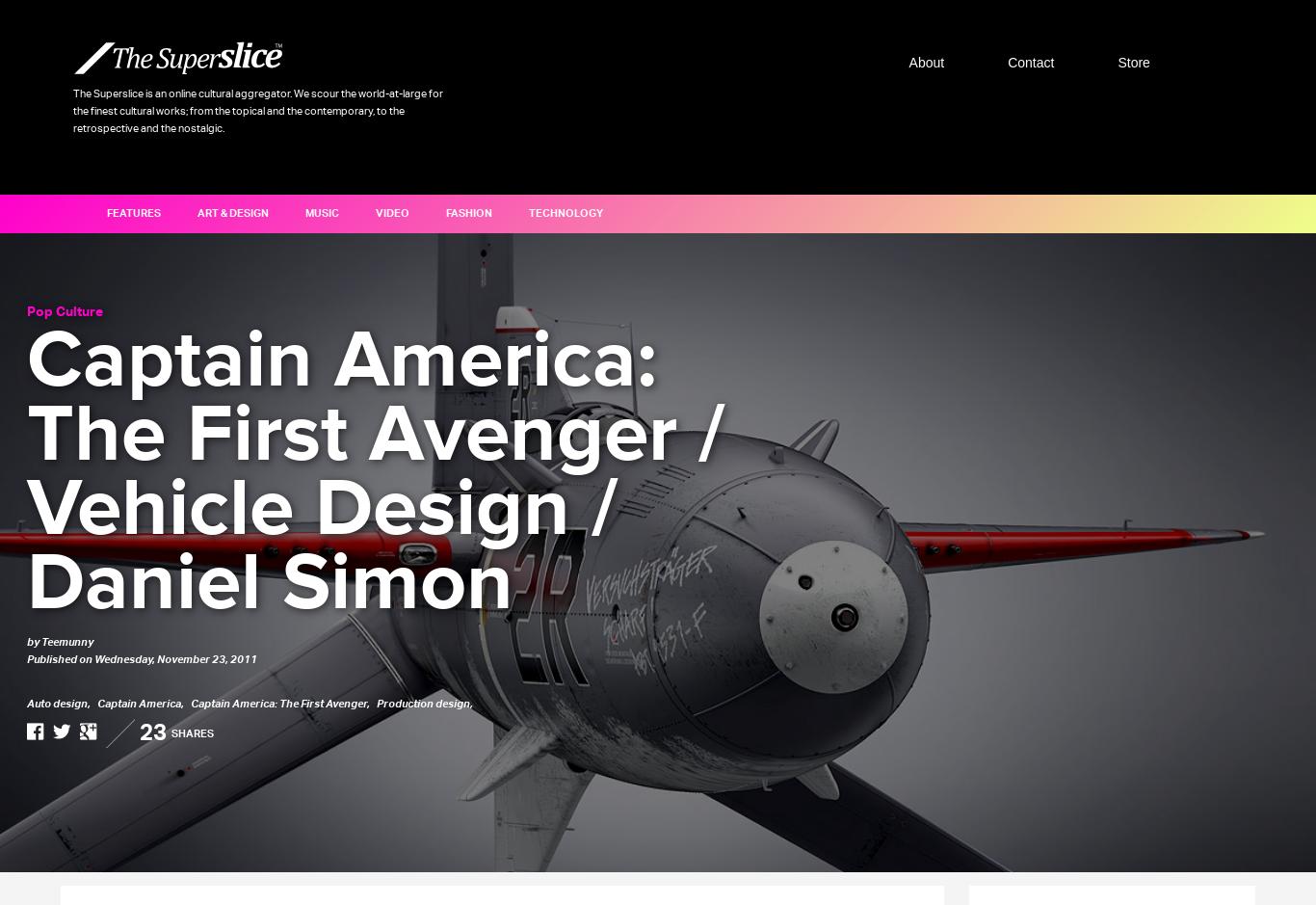 The height and width of the screenshot is (905, 1316). I want to click on 'Contact', so click(1029, 61).